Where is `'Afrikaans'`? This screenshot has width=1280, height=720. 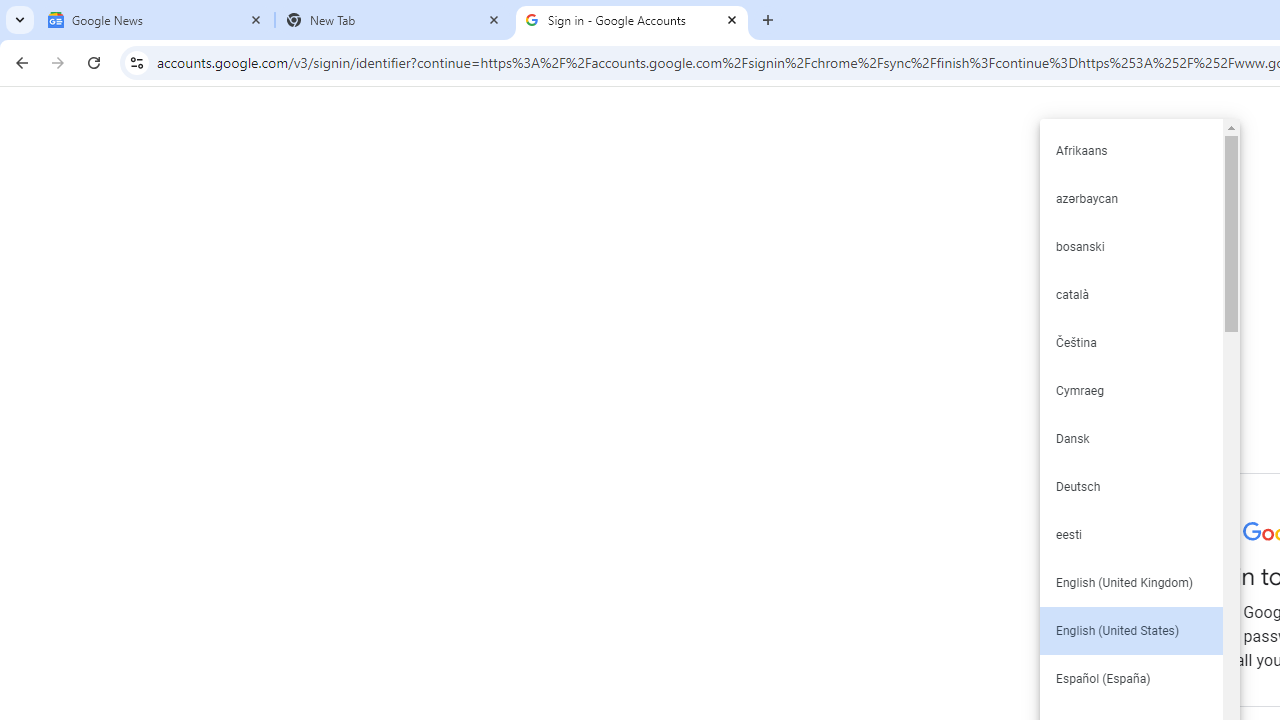 'Afrikaans' is located at coordinates (1130, 149).